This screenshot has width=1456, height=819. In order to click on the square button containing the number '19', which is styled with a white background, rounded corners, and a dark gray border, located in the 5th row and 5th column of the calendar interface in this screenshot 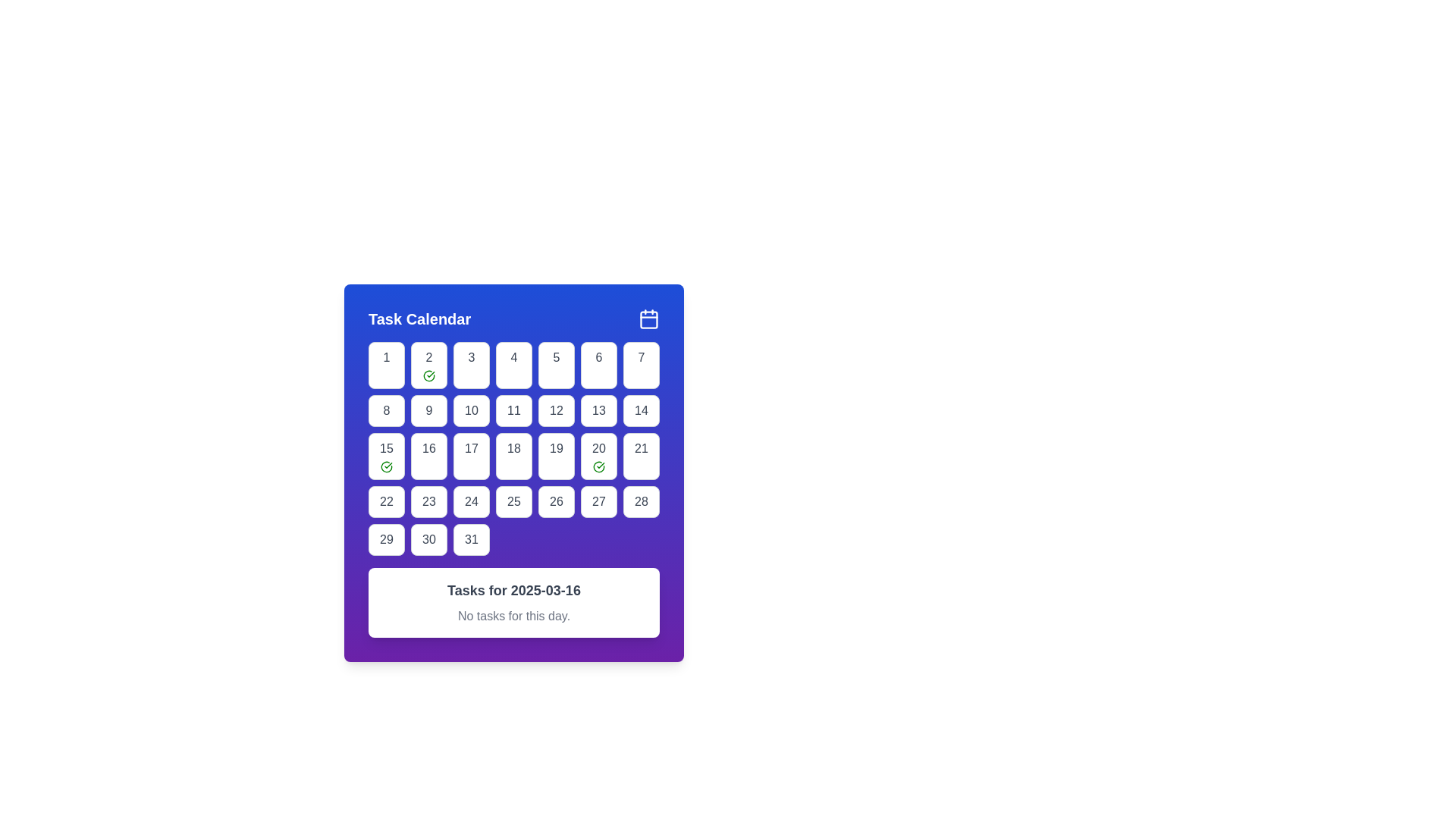, I will do `click(556, 455)`.